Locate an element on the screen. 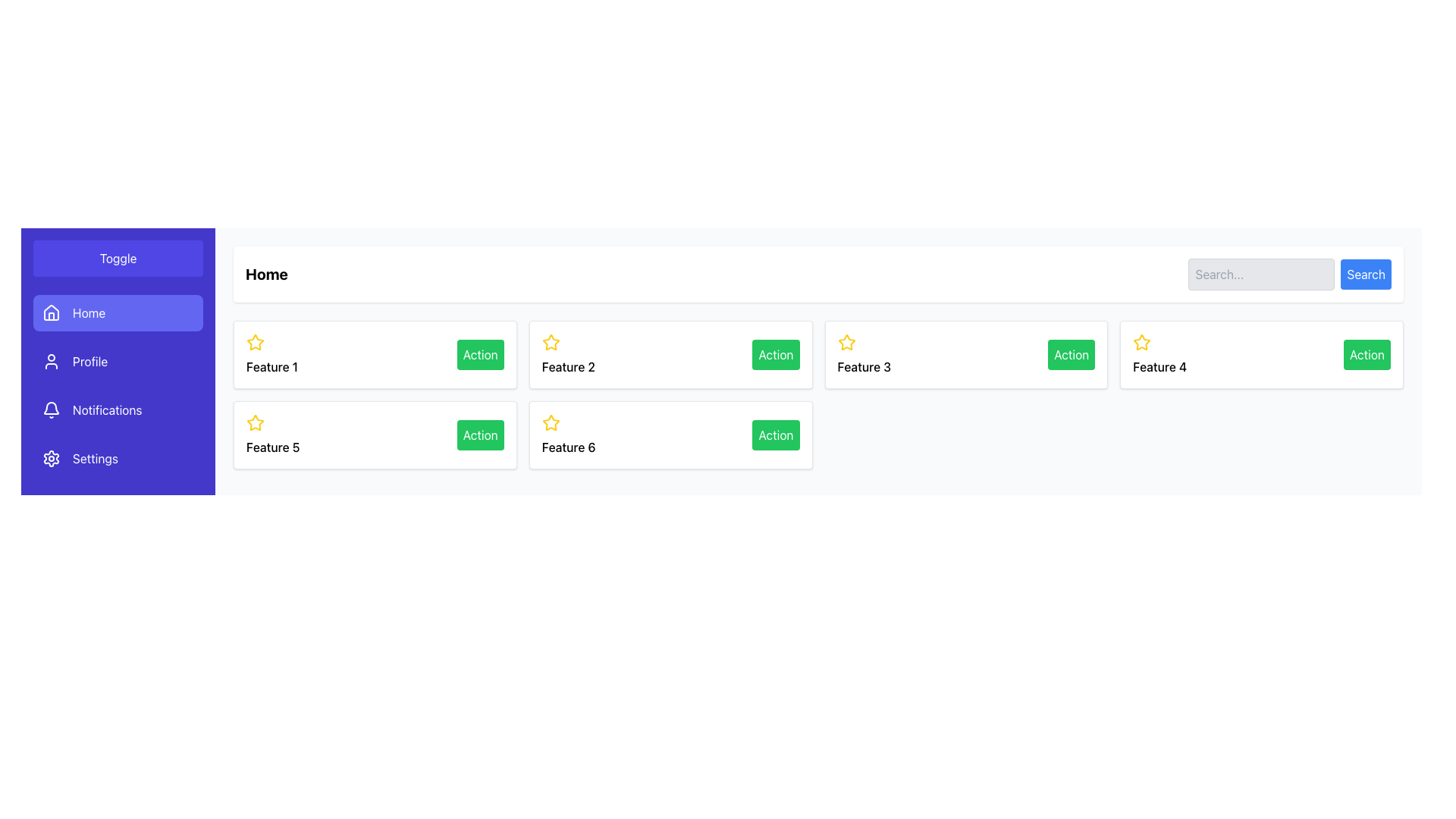 The height and width of the screenshot is (819, 1456). the 'Feature 2' text label located in the second card of the middle row to possibly reveal additional information is located at coordinates (567, 366).